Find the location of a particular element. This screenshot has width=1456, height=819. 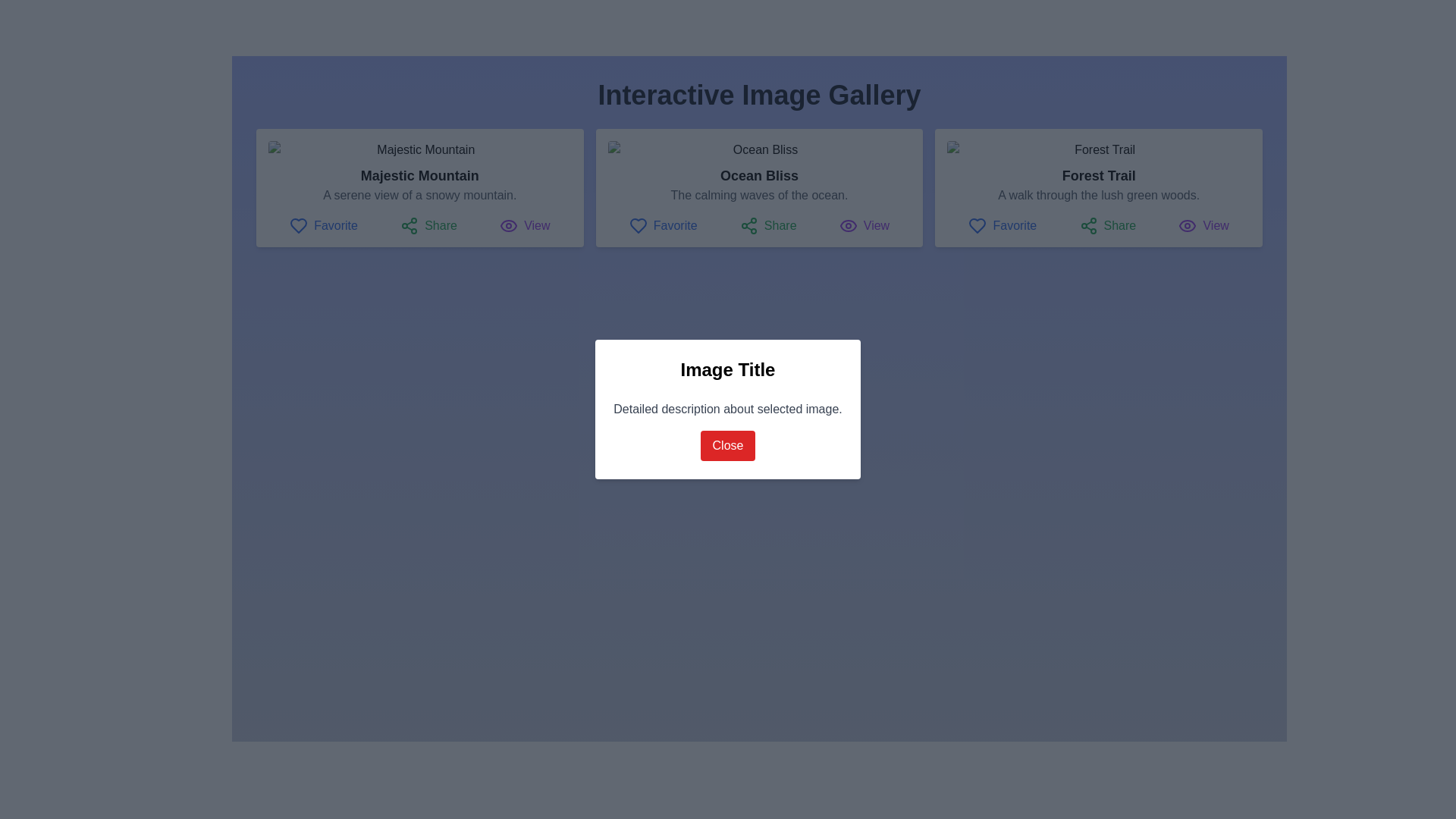

the 'Favorite' icon located in the horizontal row of interactive buttons under the 'Forest Trail' image card is located at coordinates (977, 225).